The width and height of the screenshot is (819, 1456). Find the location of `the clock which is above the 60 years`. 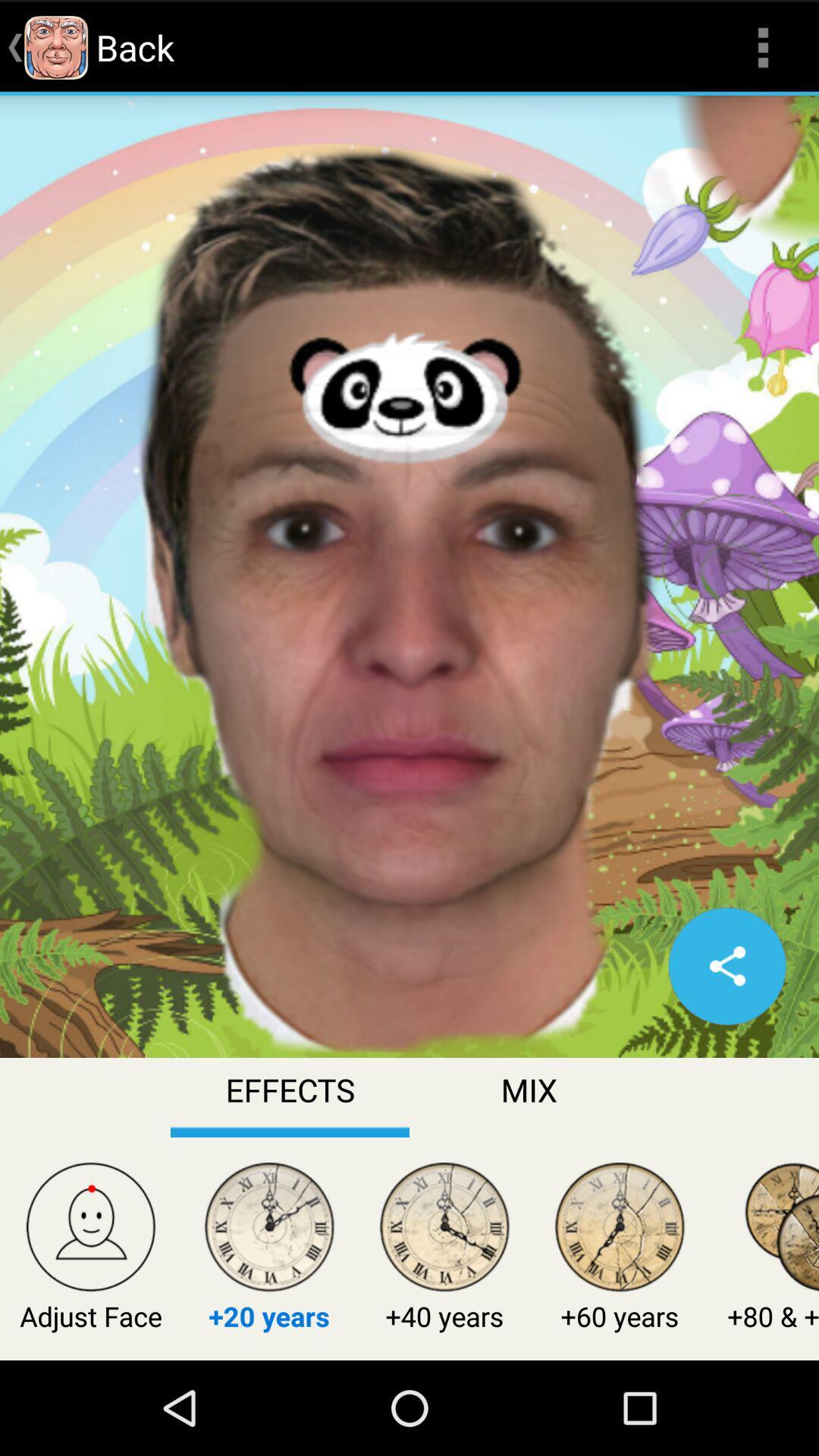

the clock which is above the 60 years is located at coordinates (620, 1230).